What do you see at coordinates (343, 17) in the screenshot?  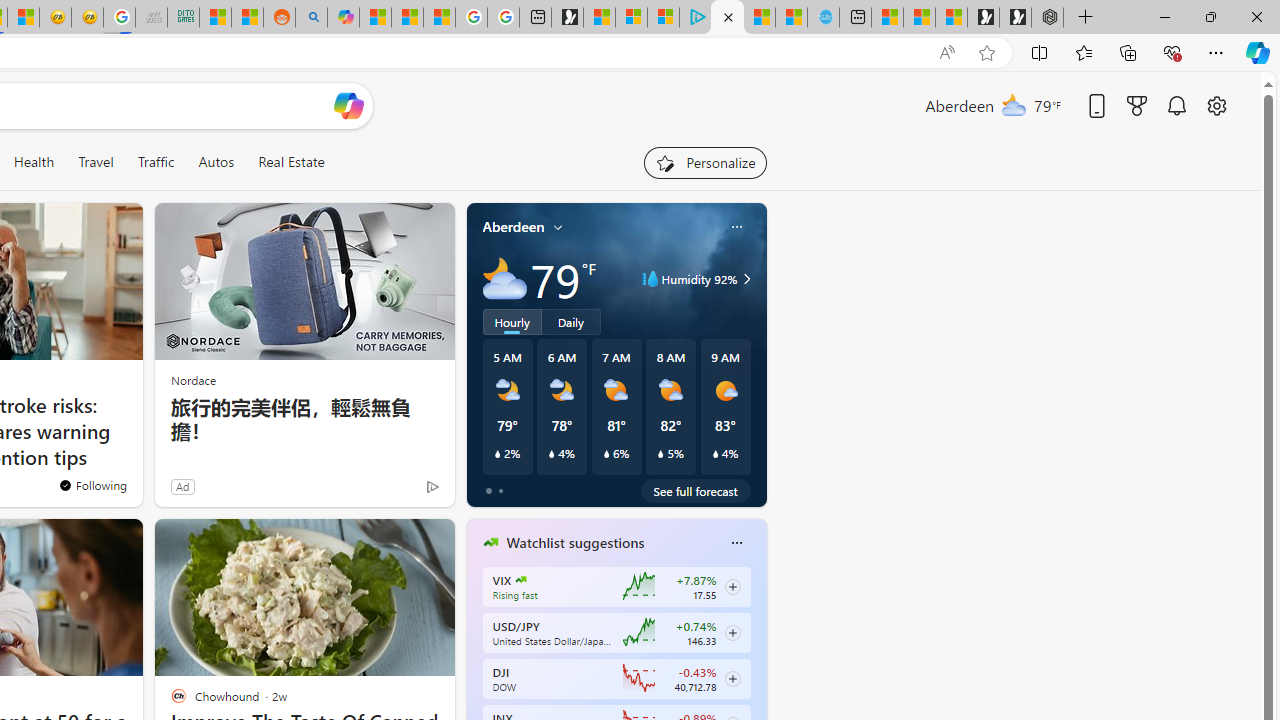 I see `'Microsoft Copilot in Bing'` at bounding box center [343, 17].